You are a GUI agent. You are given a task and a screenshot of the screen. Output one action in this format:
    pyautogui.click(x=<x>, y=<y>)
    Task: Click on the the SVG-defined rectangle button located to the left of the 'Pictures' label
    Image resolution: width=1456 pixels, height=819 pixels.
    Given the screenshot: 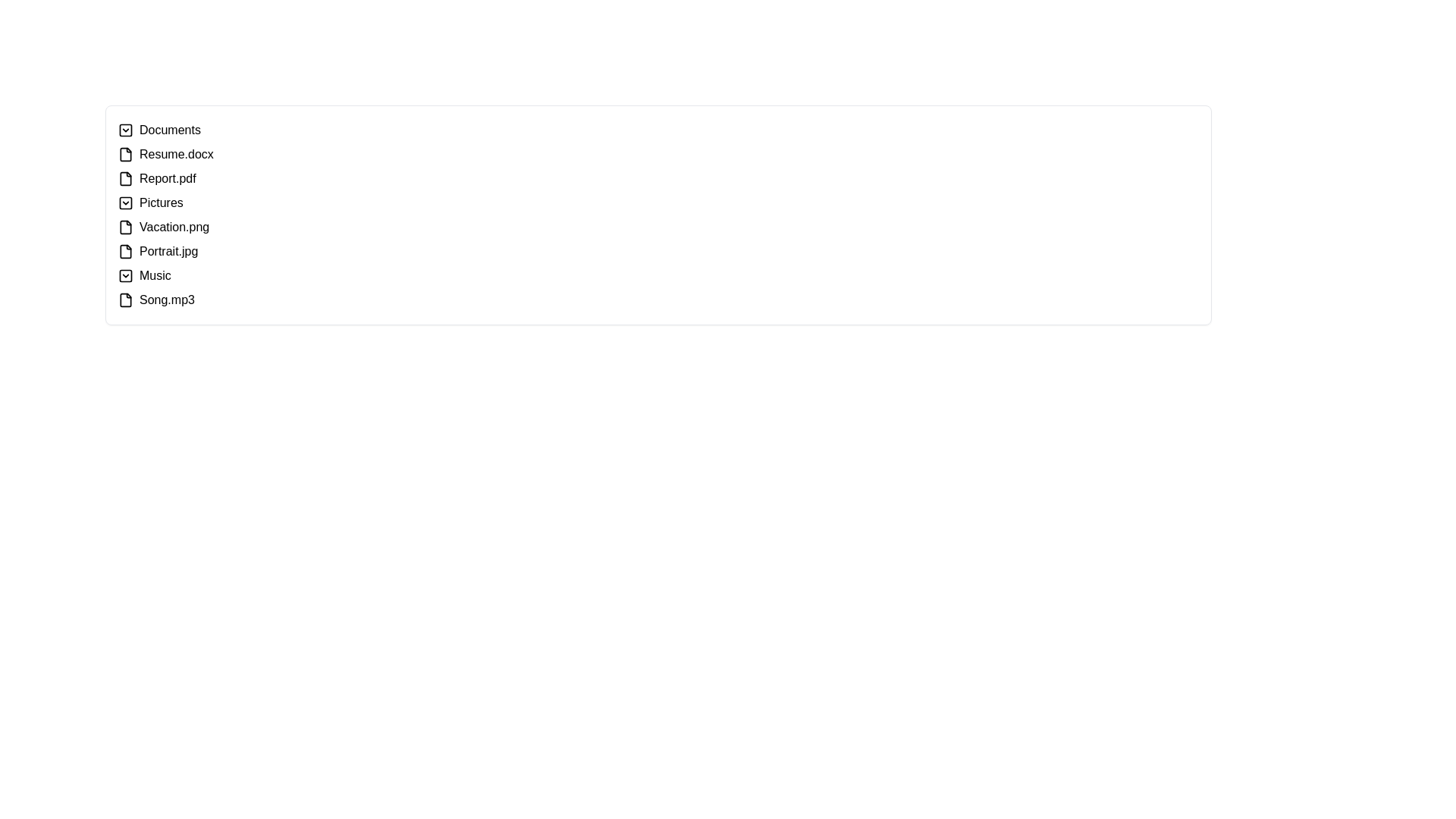 What is the action you would take?
    pyautogui.click(x=126, y=202)
    